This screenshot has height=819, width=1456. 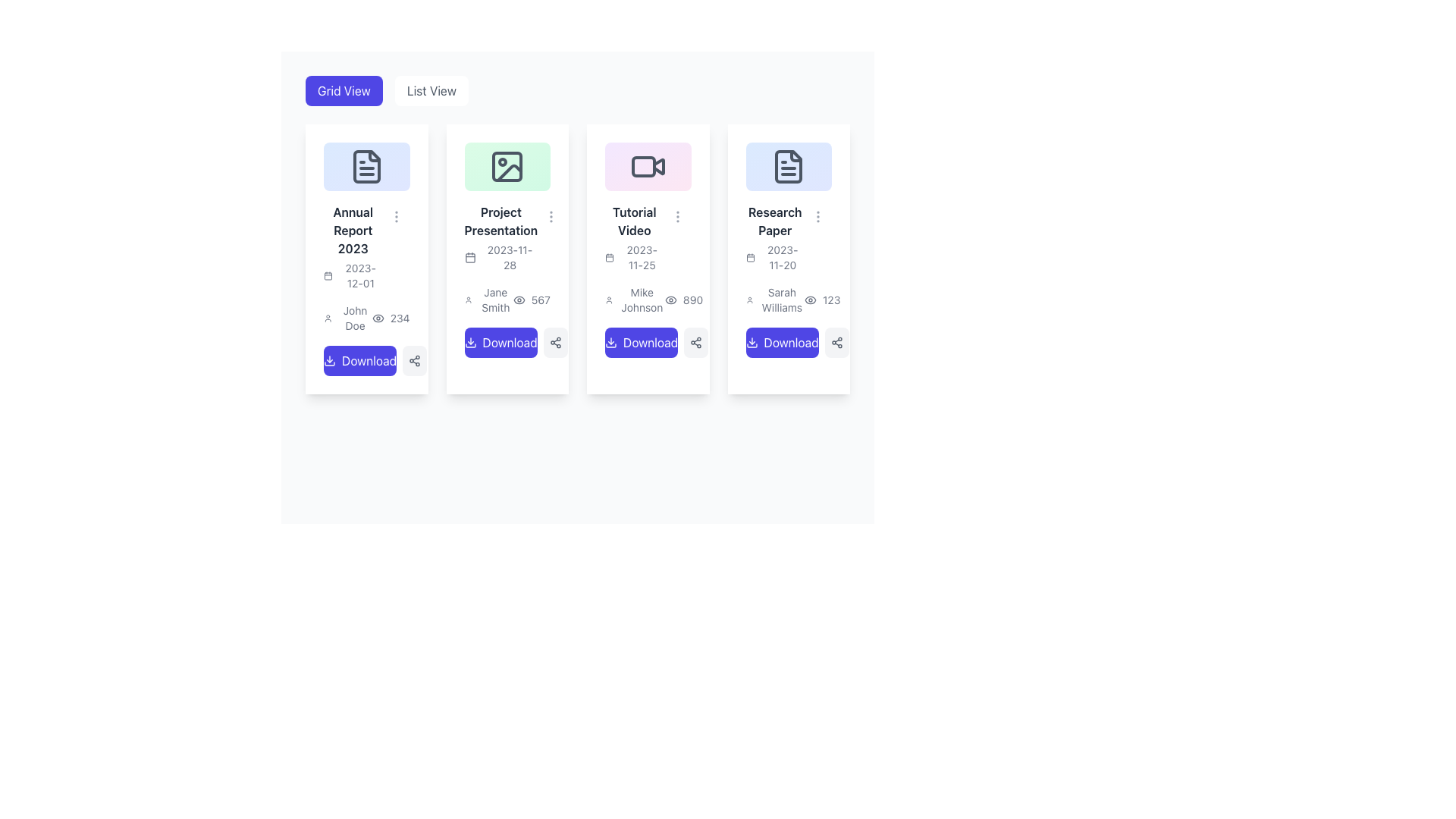 What do you see at coordinates (789, 166) in the screenshot?
I see `the document icon located at the top-center of the 'Research Paper' card, which is the fourth card from the left` at bounding box center [789, 166].